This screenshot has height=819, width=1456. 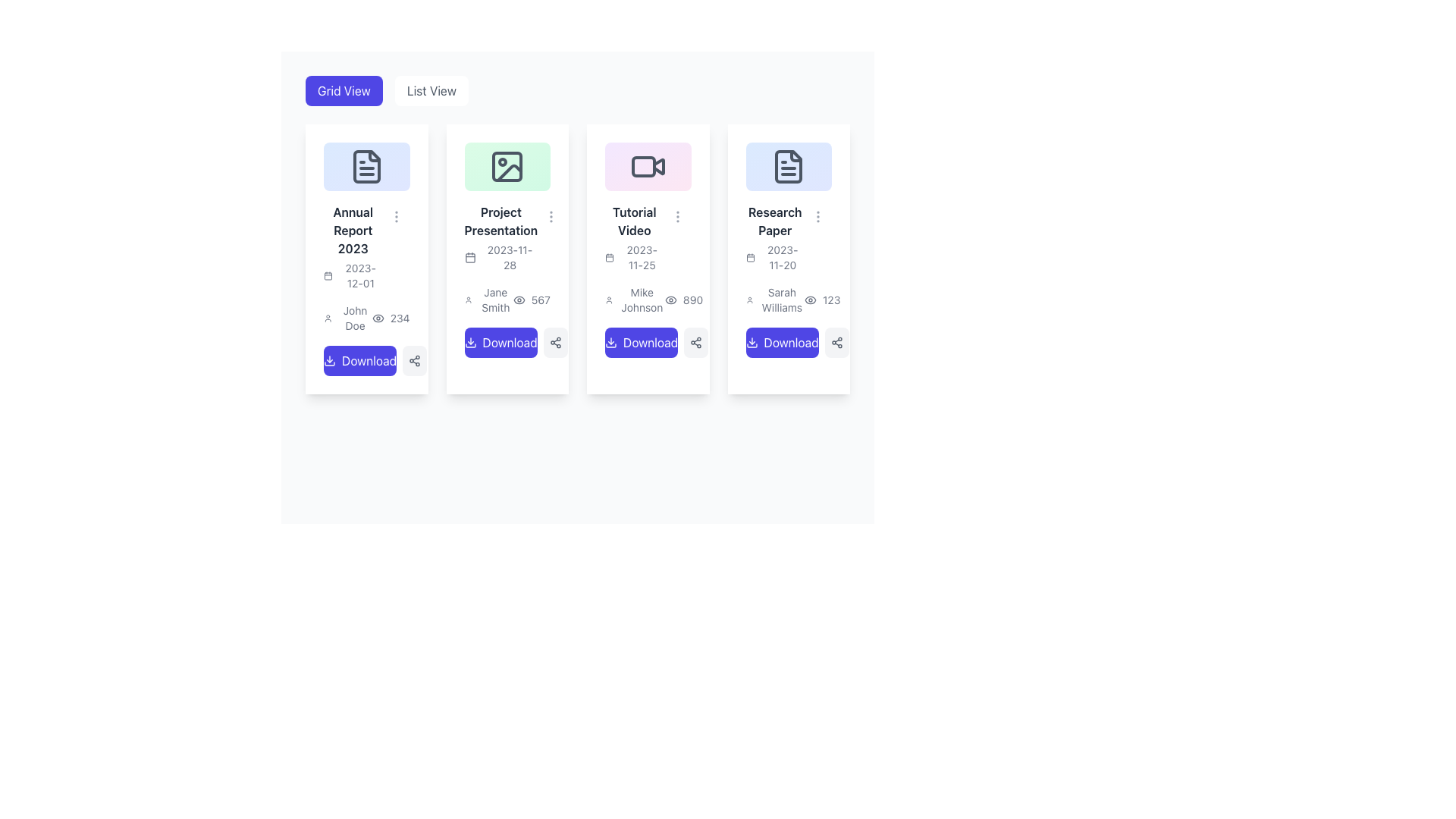 What do you see at coordinates (789, 166) in the screenshot?
I see `the document icon located at the top-center of the 'Research Paper' card, which is the fourth card from the left` at bounding box center [789, 166].